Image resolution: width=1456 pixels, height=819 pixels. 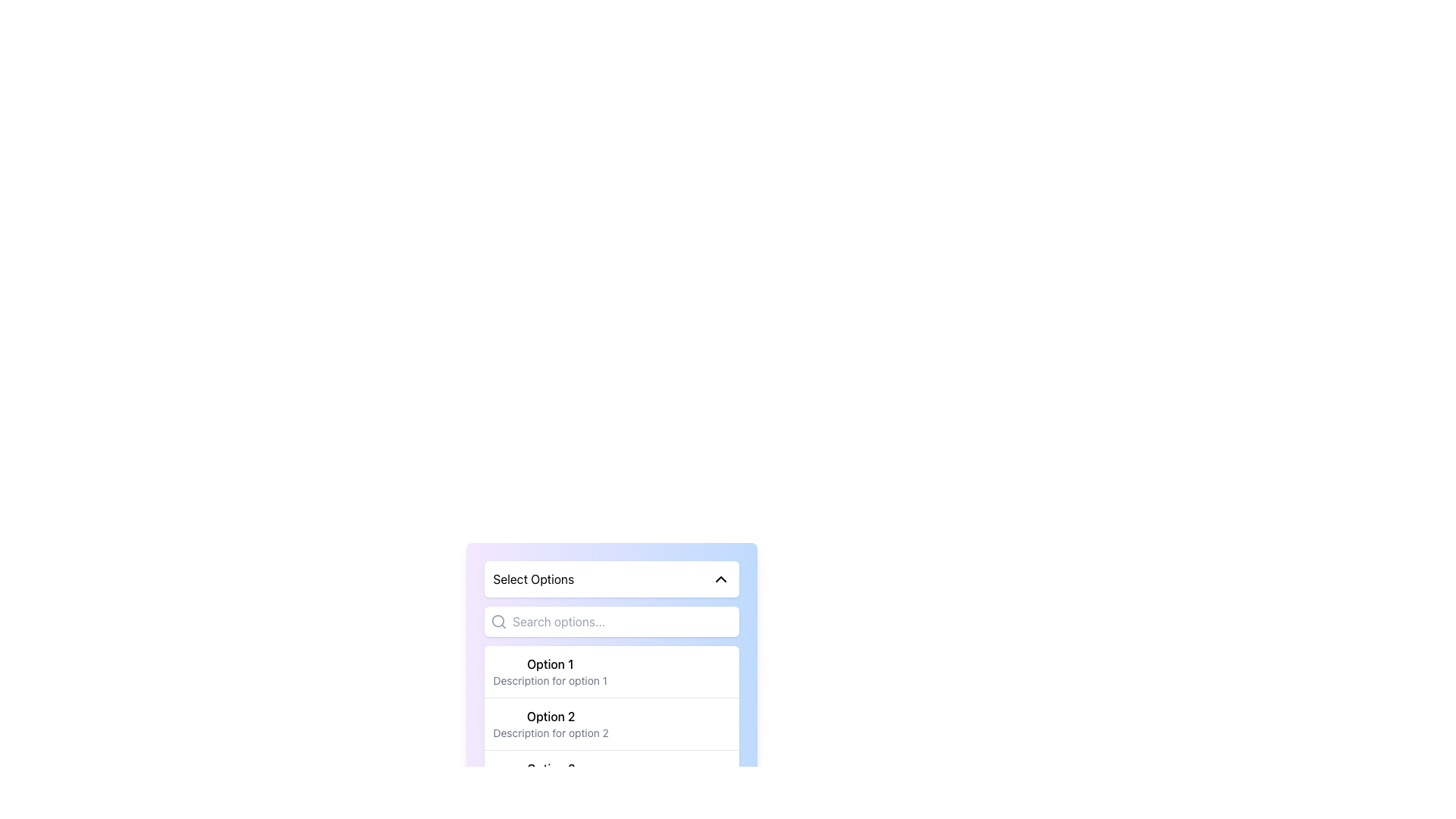 What do you see at coordinates (549, 680) in the screenshot?
I see `the non-interactive text label that provides additional details about 'Option 1', located directly below the 'Option 1' label in the dropdown options section` at bounding box center [549, 680].